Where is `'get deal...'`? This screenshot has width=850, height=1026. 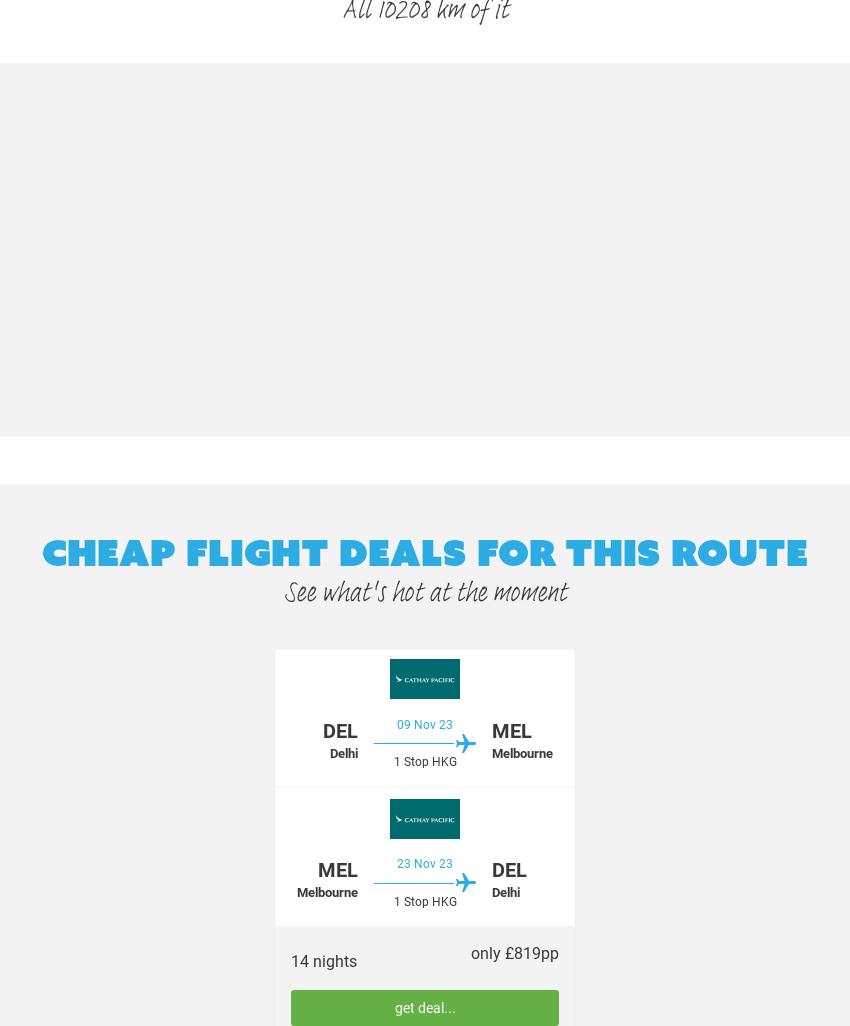
'get deal...' is located at coordinates (424, 1007).